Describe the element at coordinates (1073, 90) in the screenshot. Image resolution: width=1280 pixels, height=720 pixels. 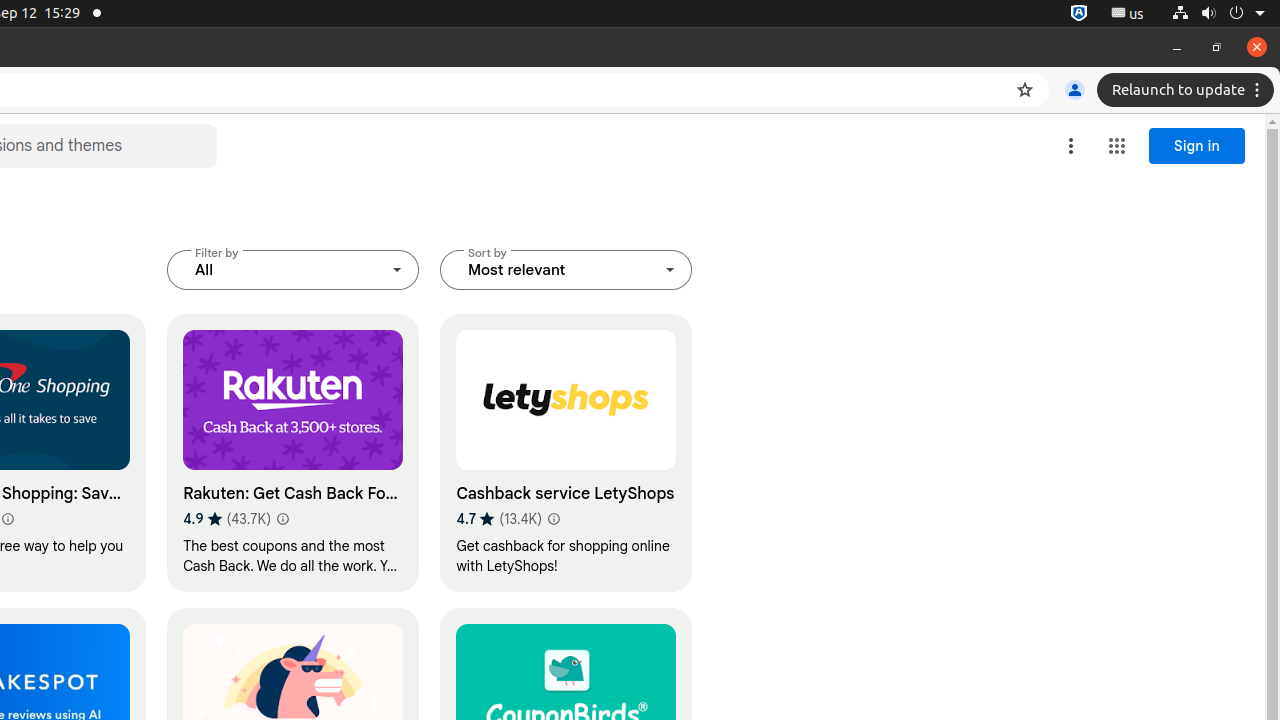
I see `'You'` at that location.